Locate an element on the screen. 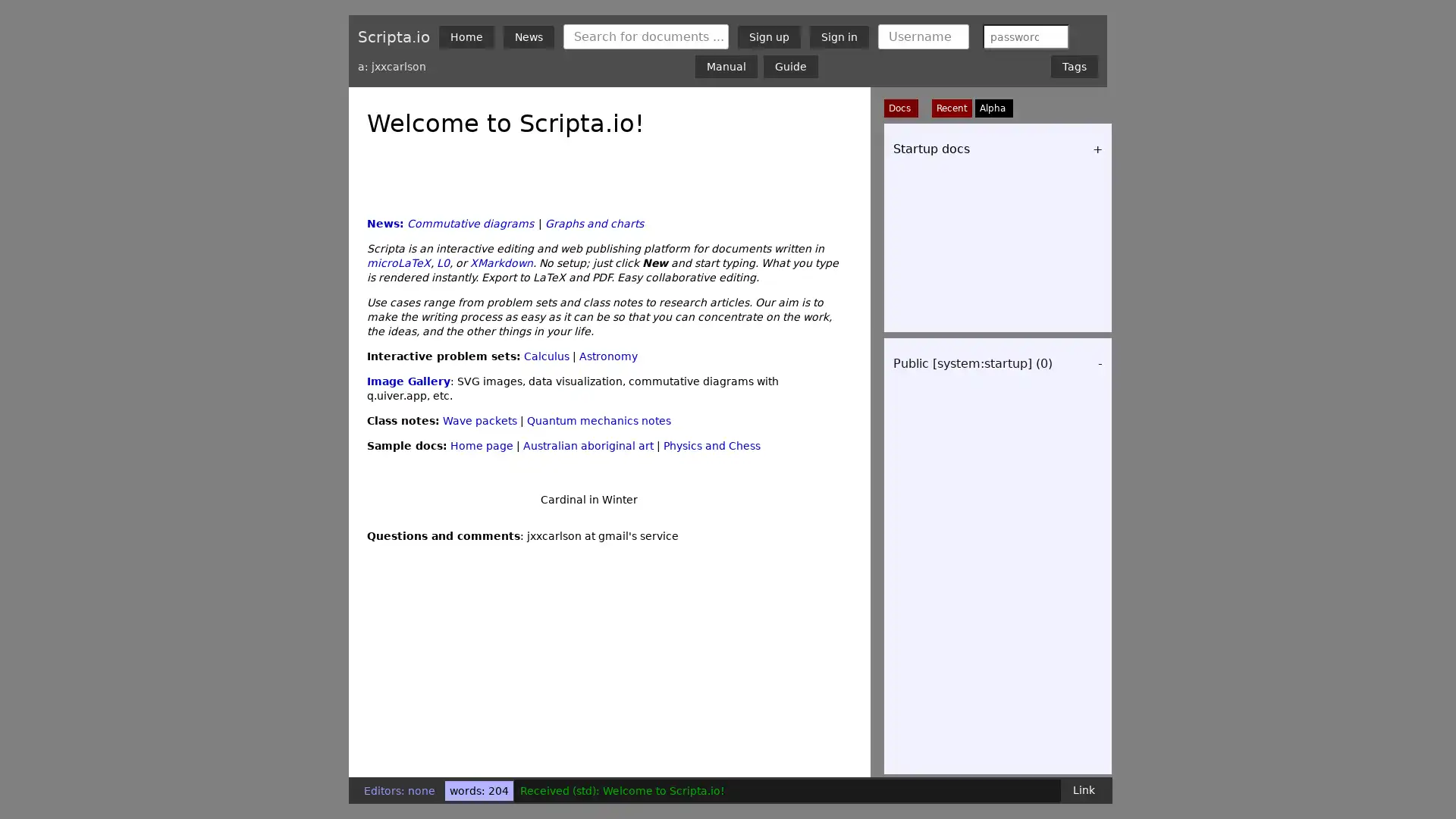 The image size is (1456, 819). Calculus is located at coordinates (546, 472).